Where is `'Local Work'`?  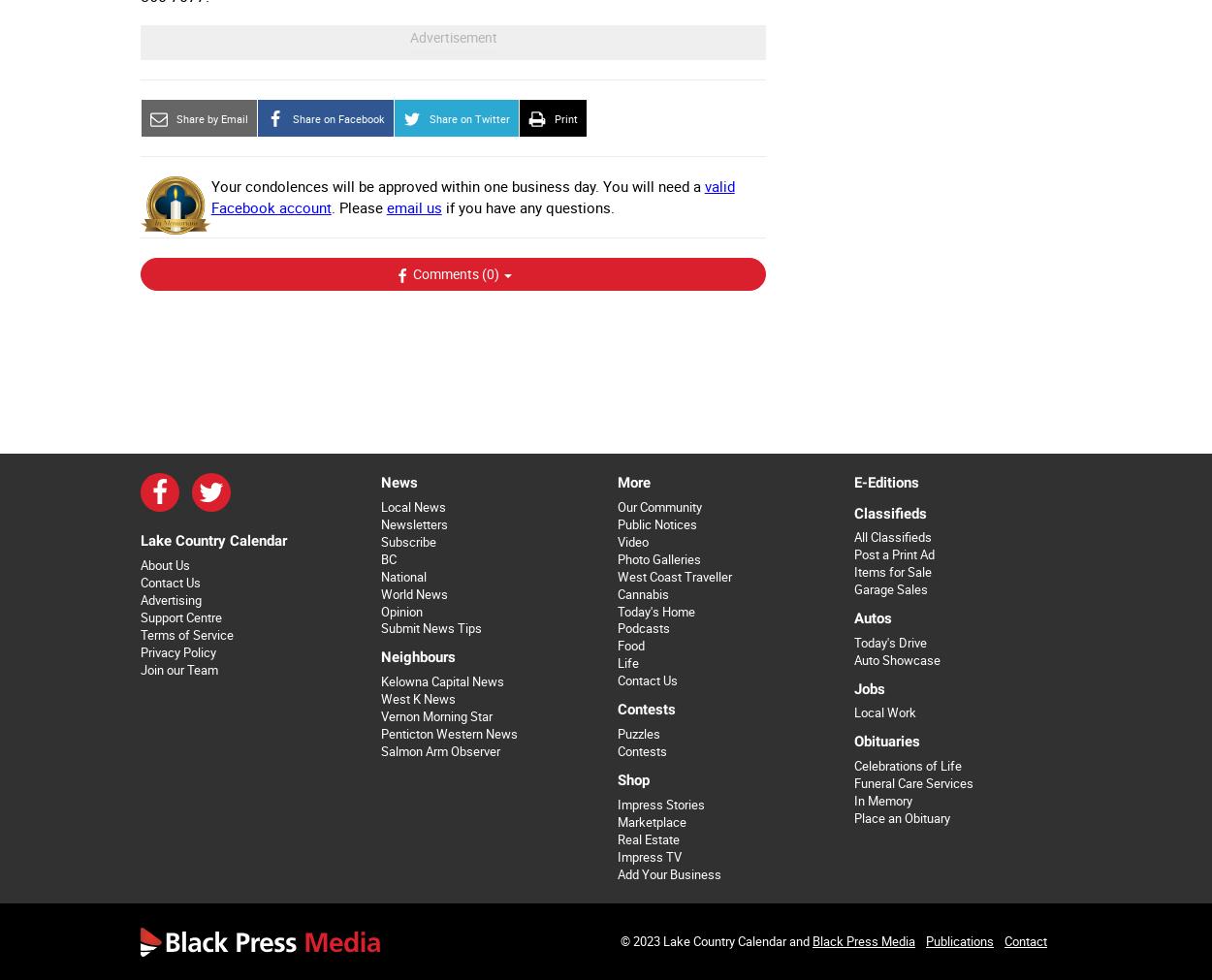
'Local Work' is located at coordinates (853, 711).